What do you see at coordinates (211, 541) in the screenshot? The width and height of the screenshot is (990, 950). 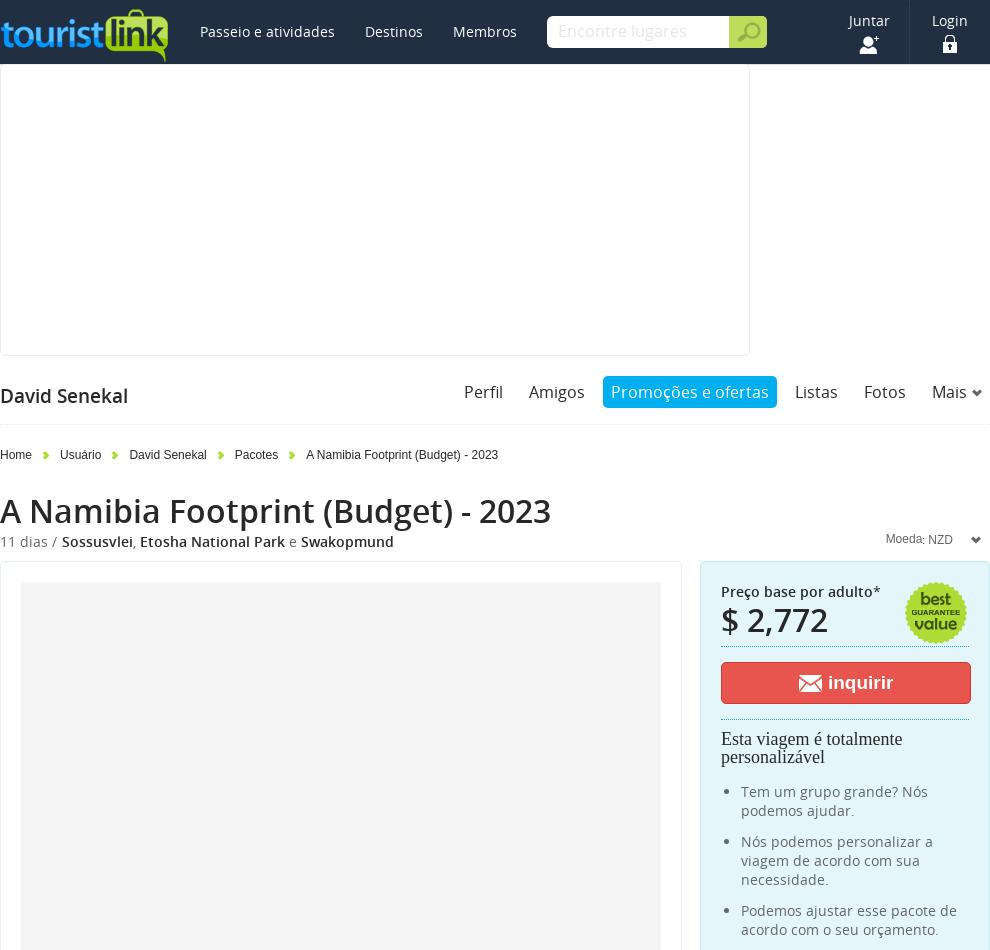 I see `'Etosha National Park'` at bounding box center [211, 541].